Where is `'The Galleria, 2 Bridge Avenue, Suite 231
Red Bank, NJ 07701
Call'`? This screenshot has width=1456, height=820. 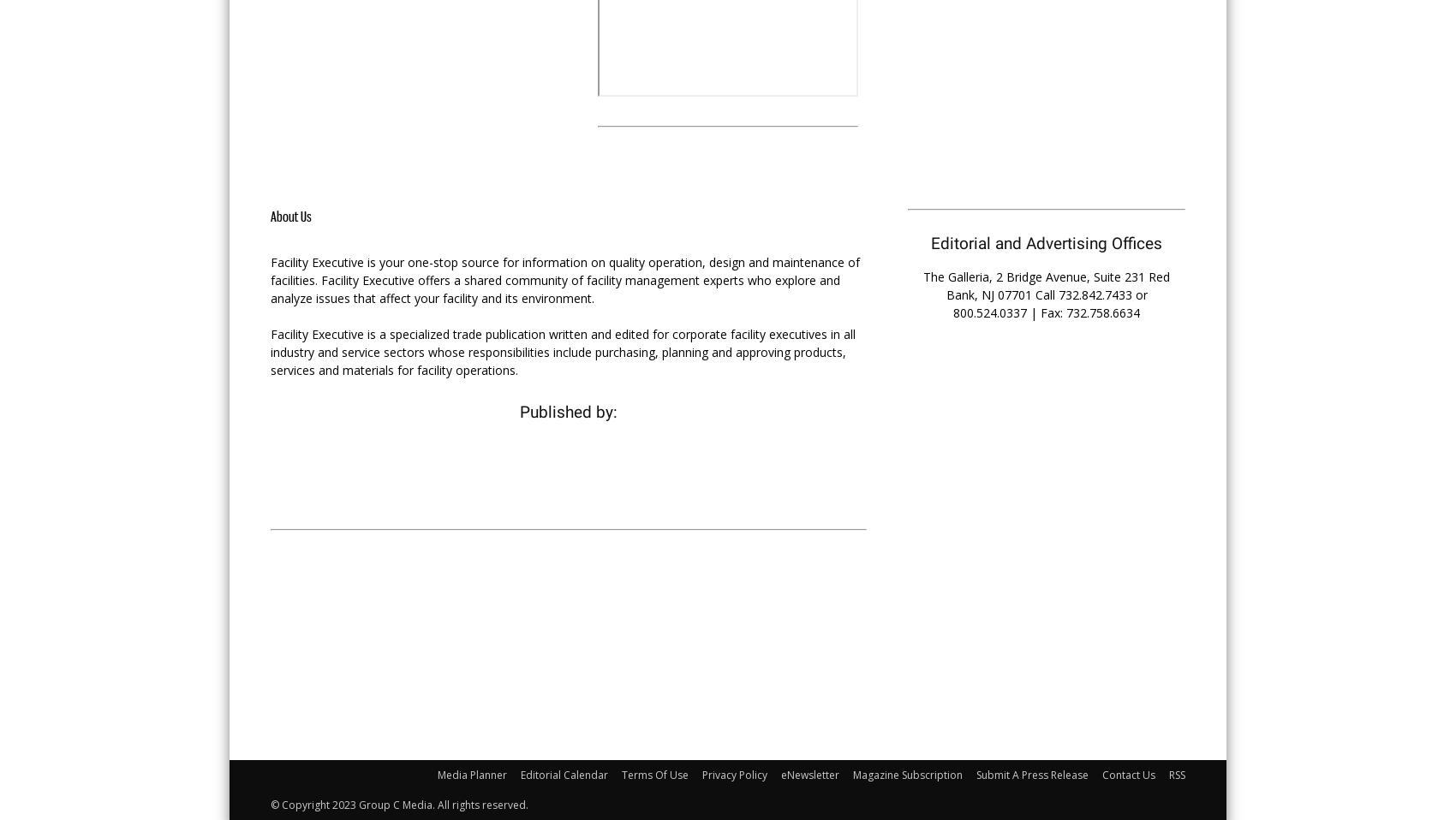 'The Galleria, 2 Bridge Avenue, Suite 231
Red Bank, NJ 07701
Call' is located at coordinates (1045, 284).